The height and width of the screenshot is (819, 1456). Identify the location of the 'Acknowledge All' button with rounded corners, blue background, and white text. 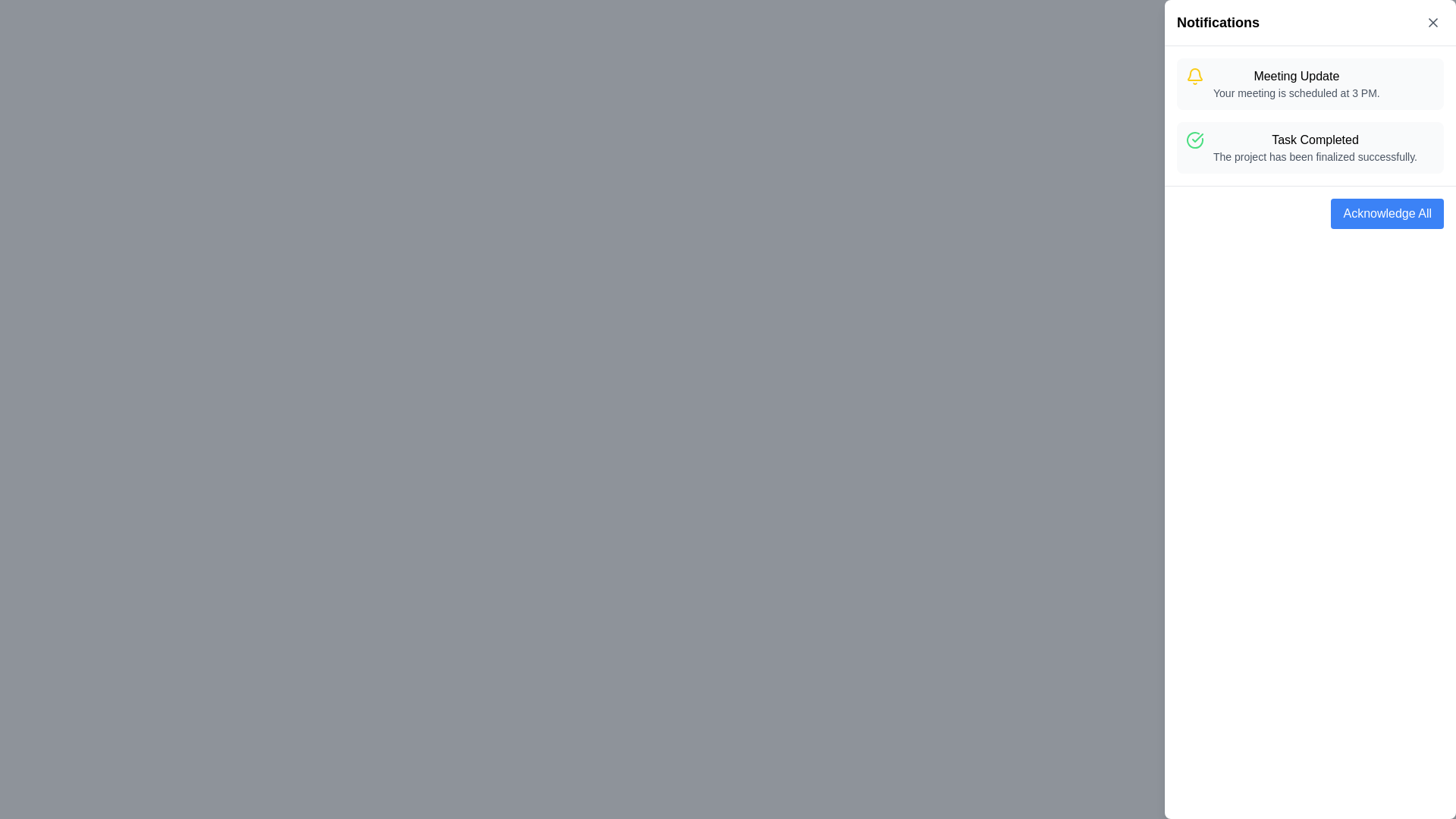
(1387, 213).